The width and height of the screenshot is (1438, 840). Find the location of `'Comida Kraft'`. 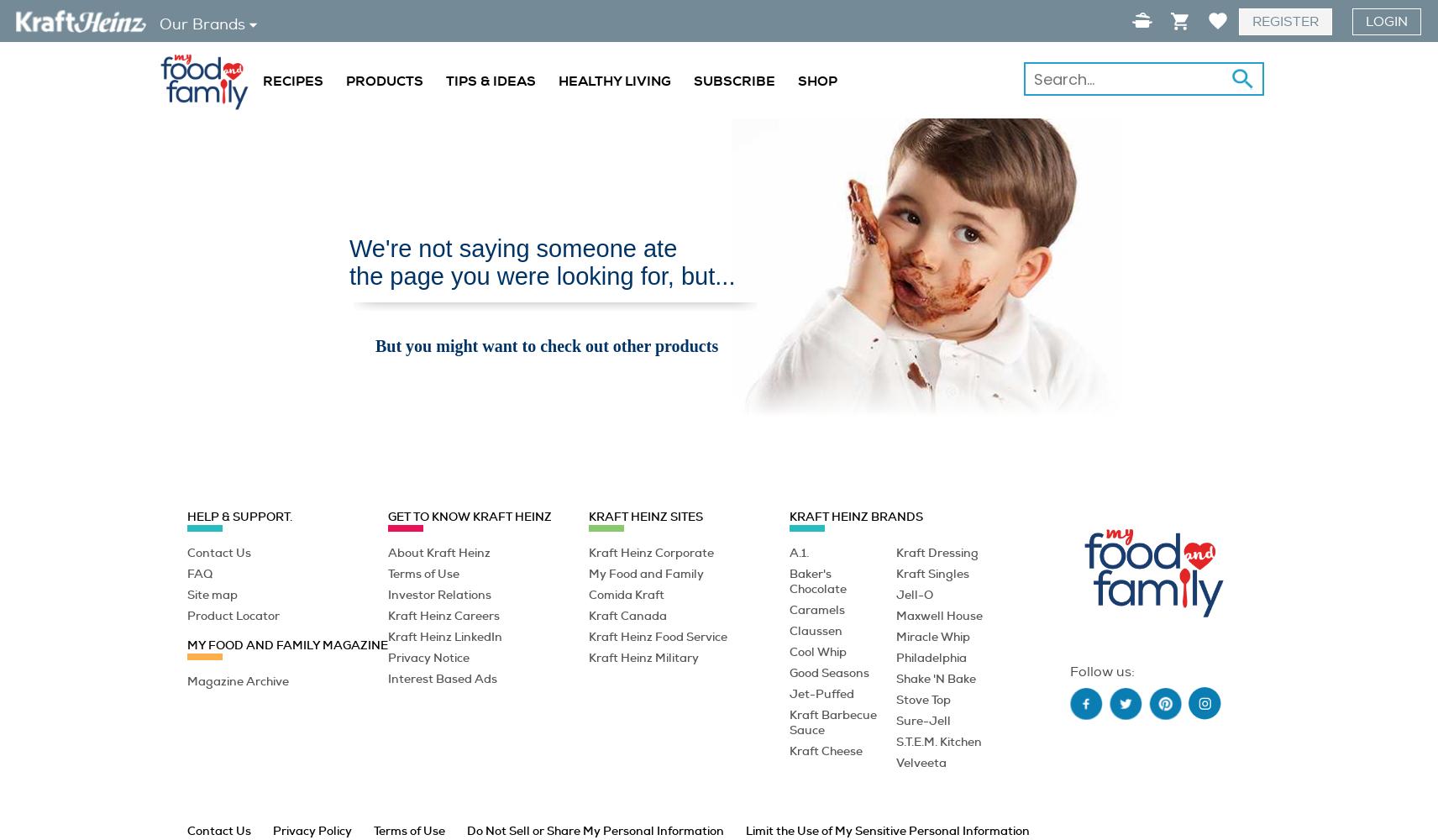

'Comida Kraft' is located at coordinates (626, 594).